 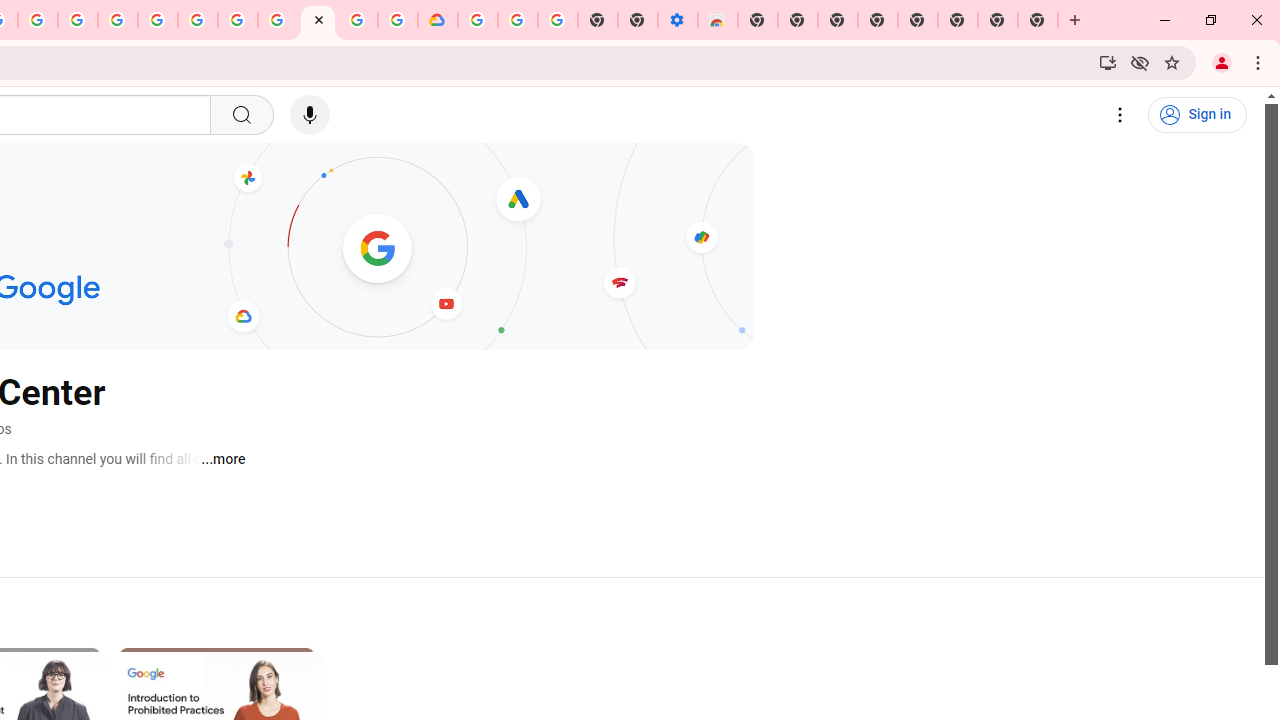 I want to click on 'Search', so click(x=240, y=115).